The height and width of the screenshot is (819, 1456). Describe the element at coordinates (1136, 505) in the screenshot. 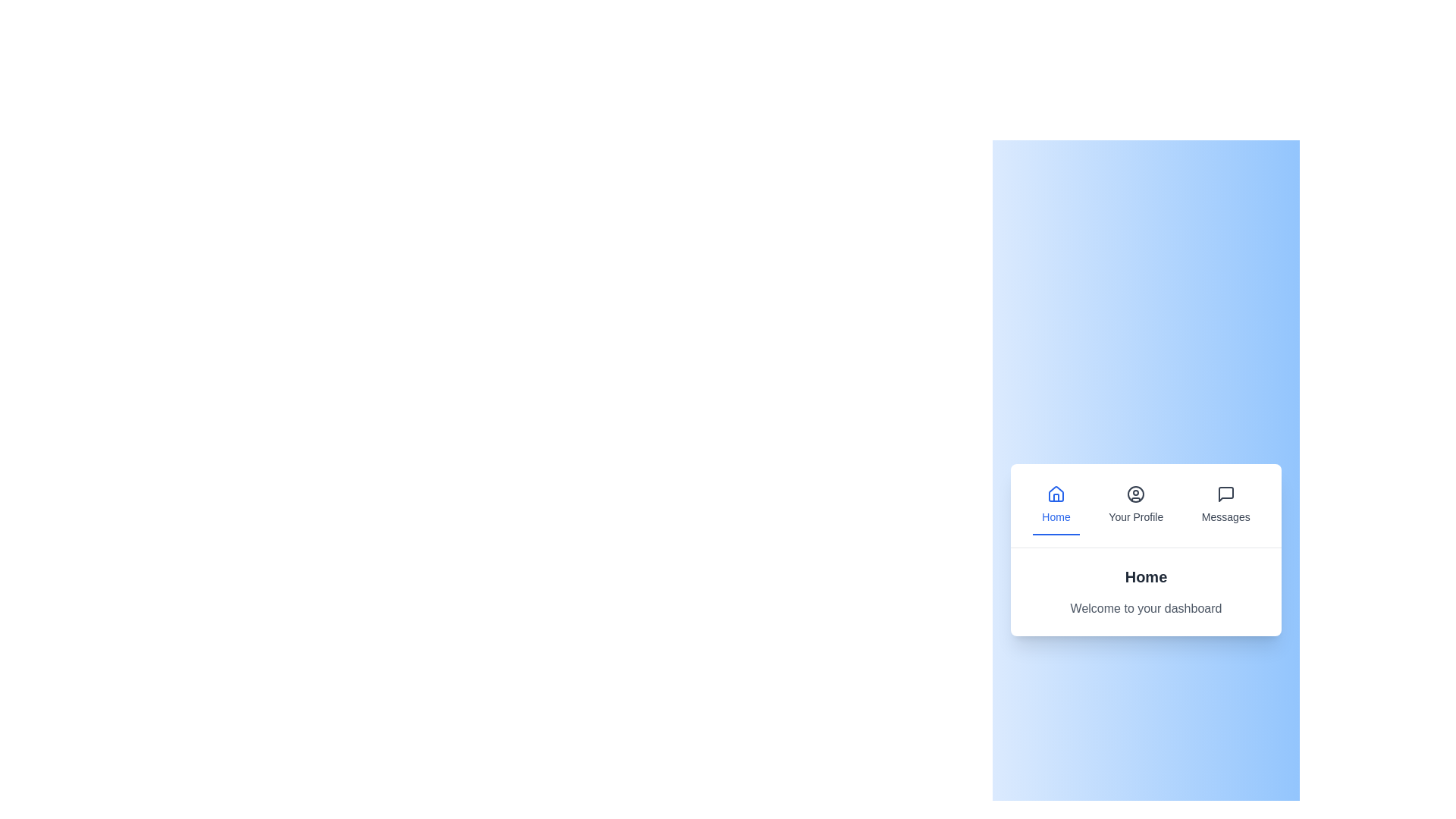

I see `the tab labeled Your Profile` at that location.